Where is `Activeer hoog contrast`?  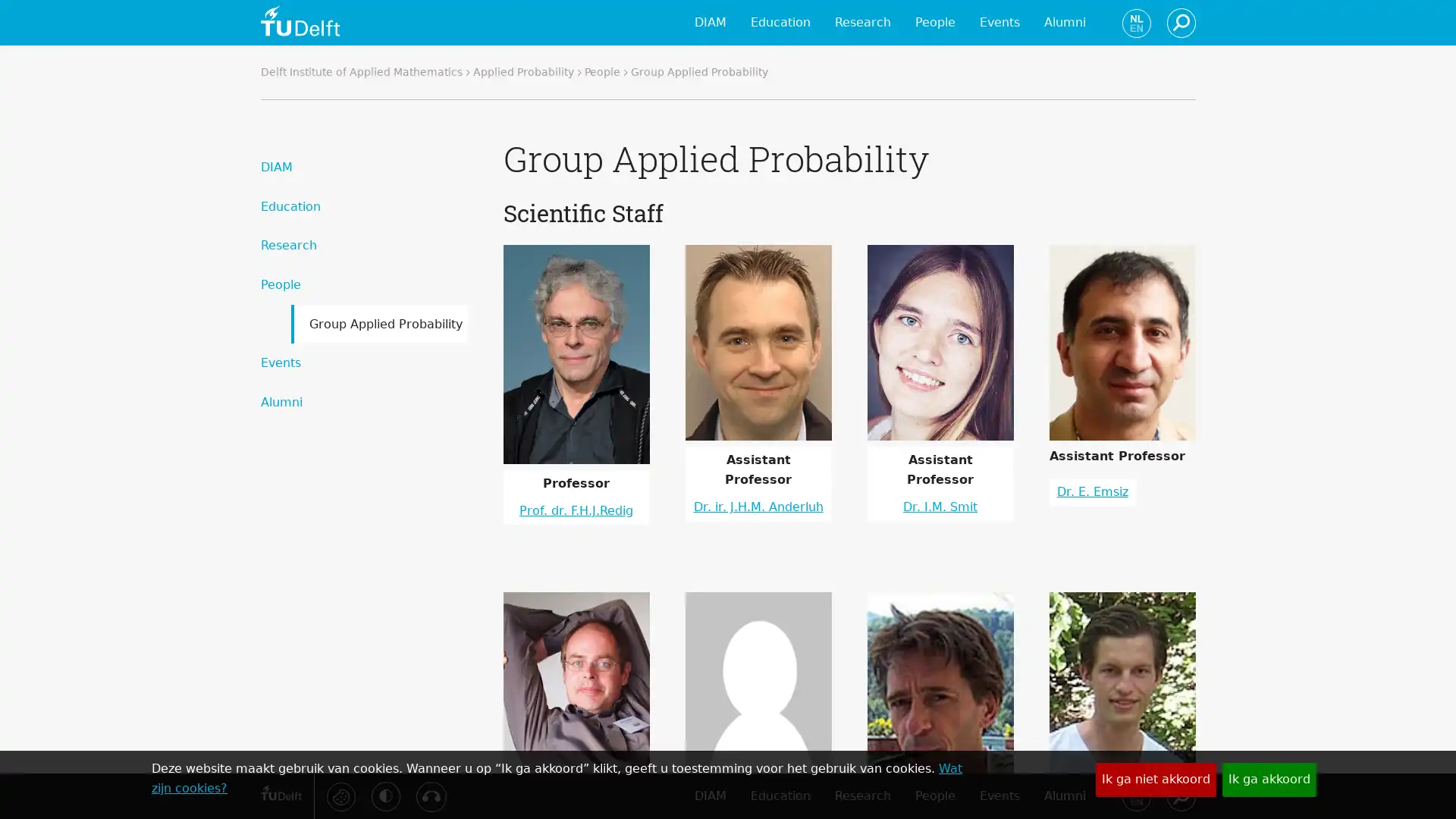 Activeer hoog contrast is located at coordinates (385, 795).